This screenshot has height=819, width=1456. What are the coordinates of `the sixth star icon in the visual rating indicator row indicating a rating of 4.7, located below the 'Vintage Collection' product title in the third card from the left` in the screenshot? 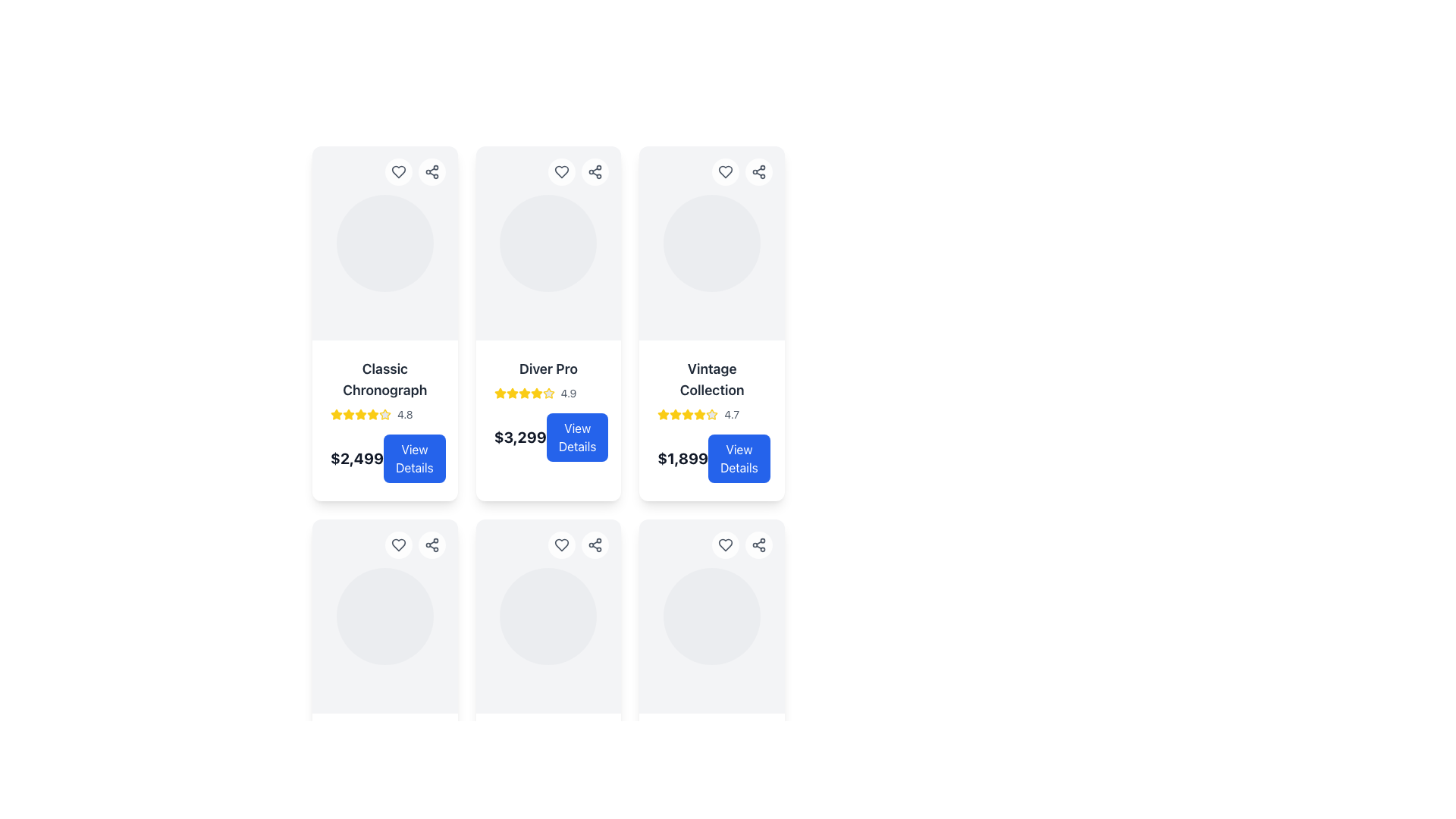 It's located at (711, 415).